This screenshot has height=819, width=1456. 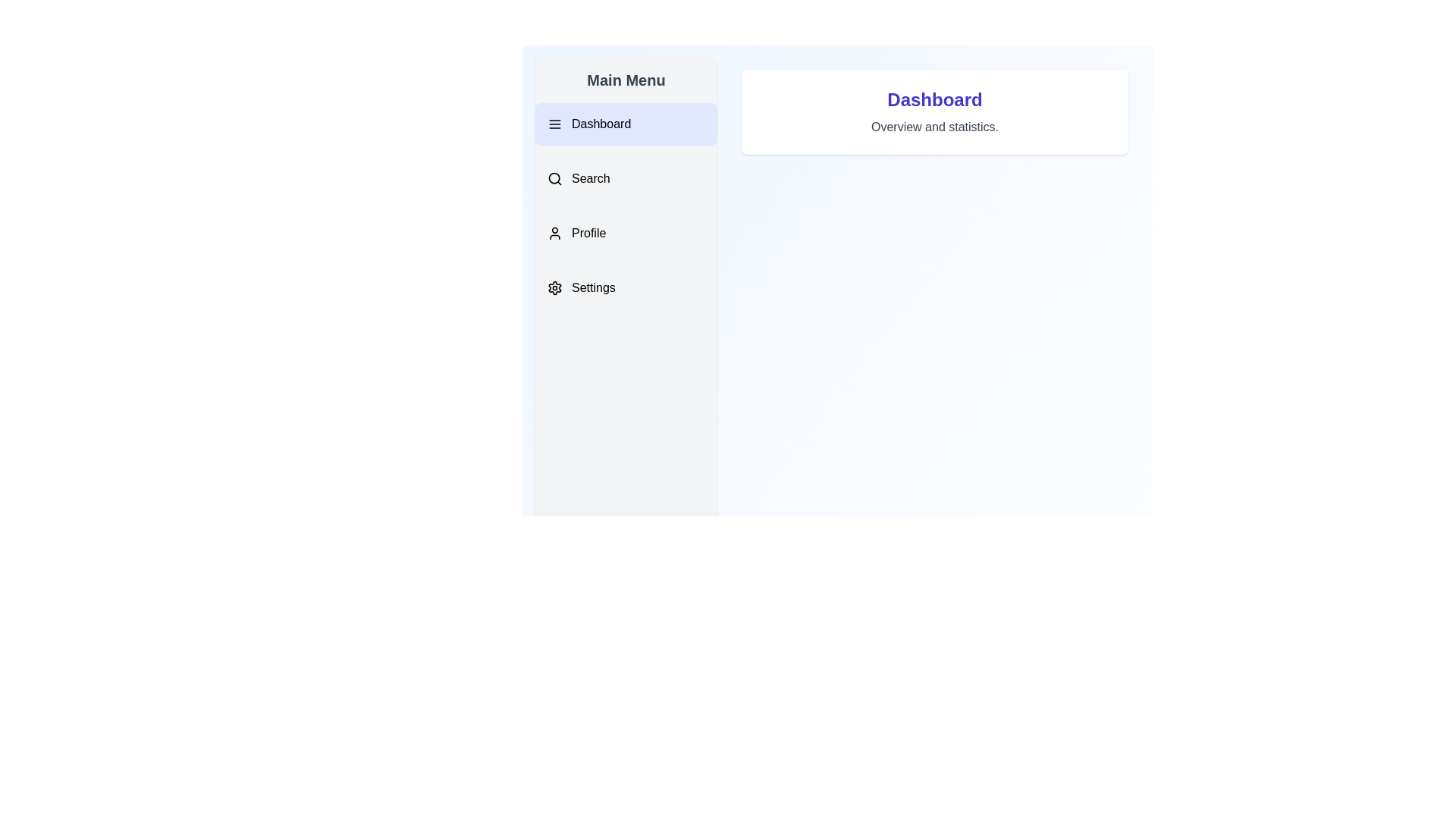 What do you see at coordinates (626, 288) in the screenshot?
I see `the menu item Settings to highlight it` at bounding box center [626, 288].